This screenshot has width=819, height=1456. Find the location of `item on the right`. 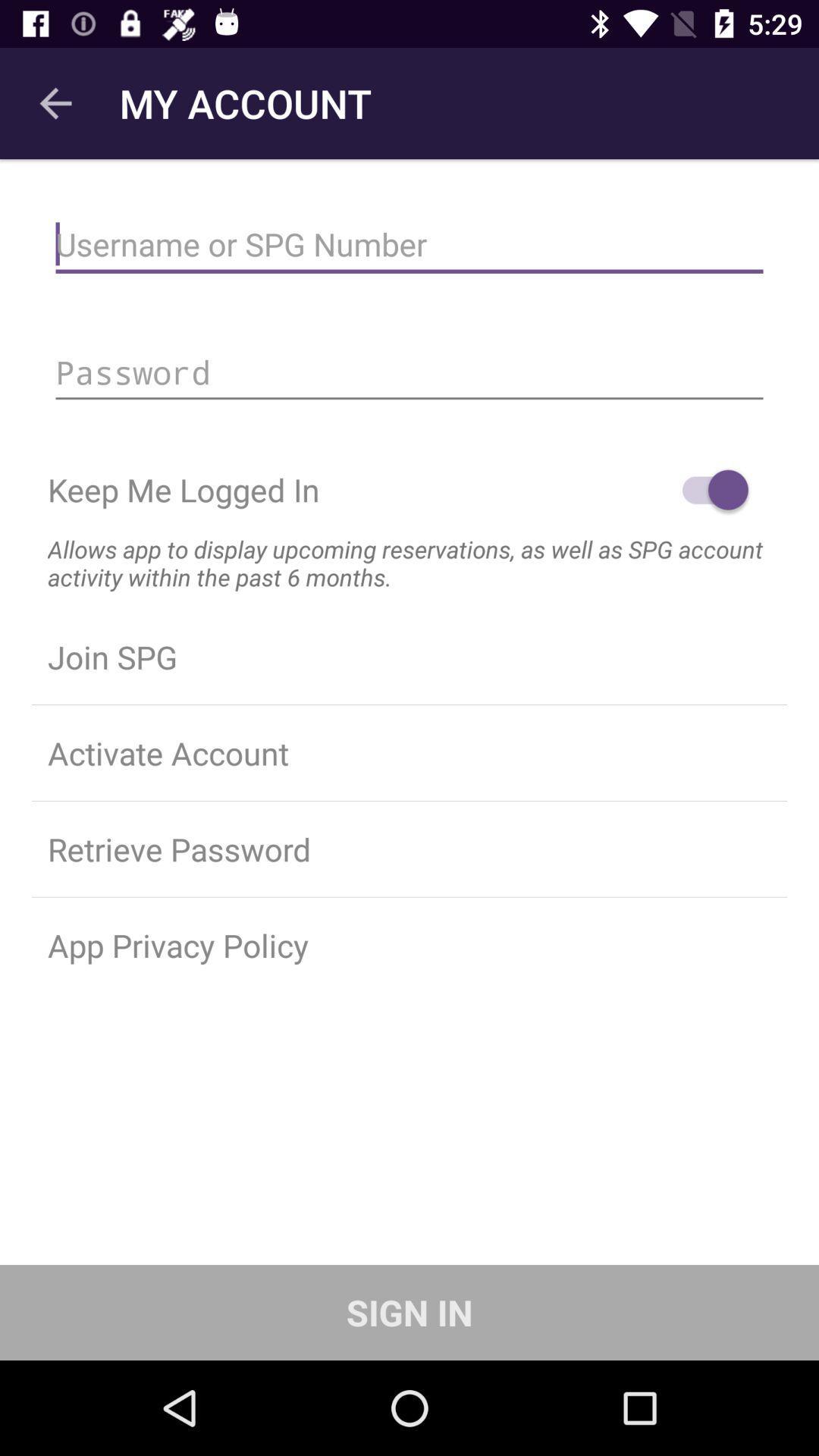

item on the right is located at coordinates (708, 490).